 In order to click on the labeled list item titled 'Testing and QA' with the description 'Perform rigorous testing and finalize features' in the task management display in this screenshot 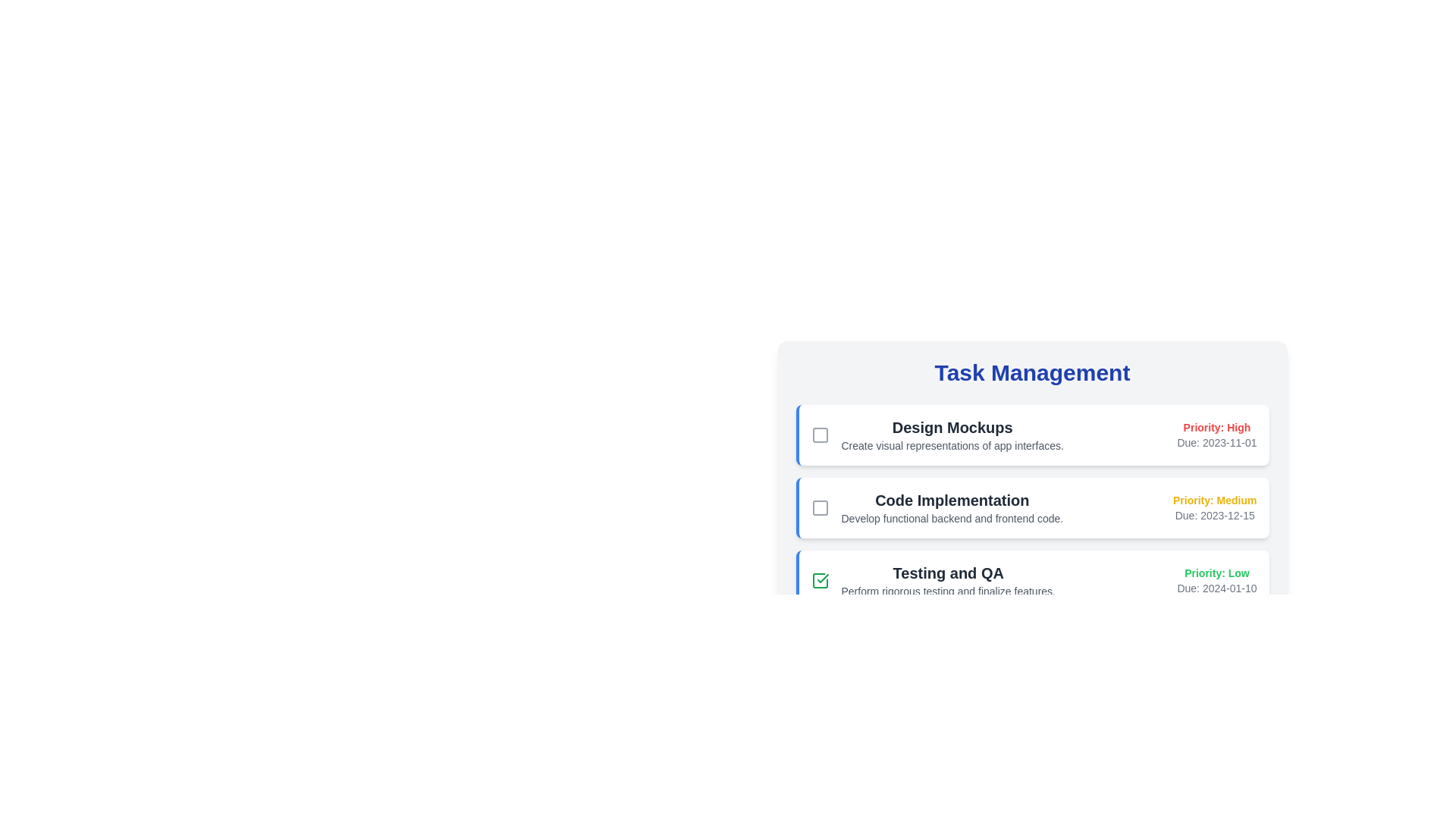, I will do `click(932, 580)`.